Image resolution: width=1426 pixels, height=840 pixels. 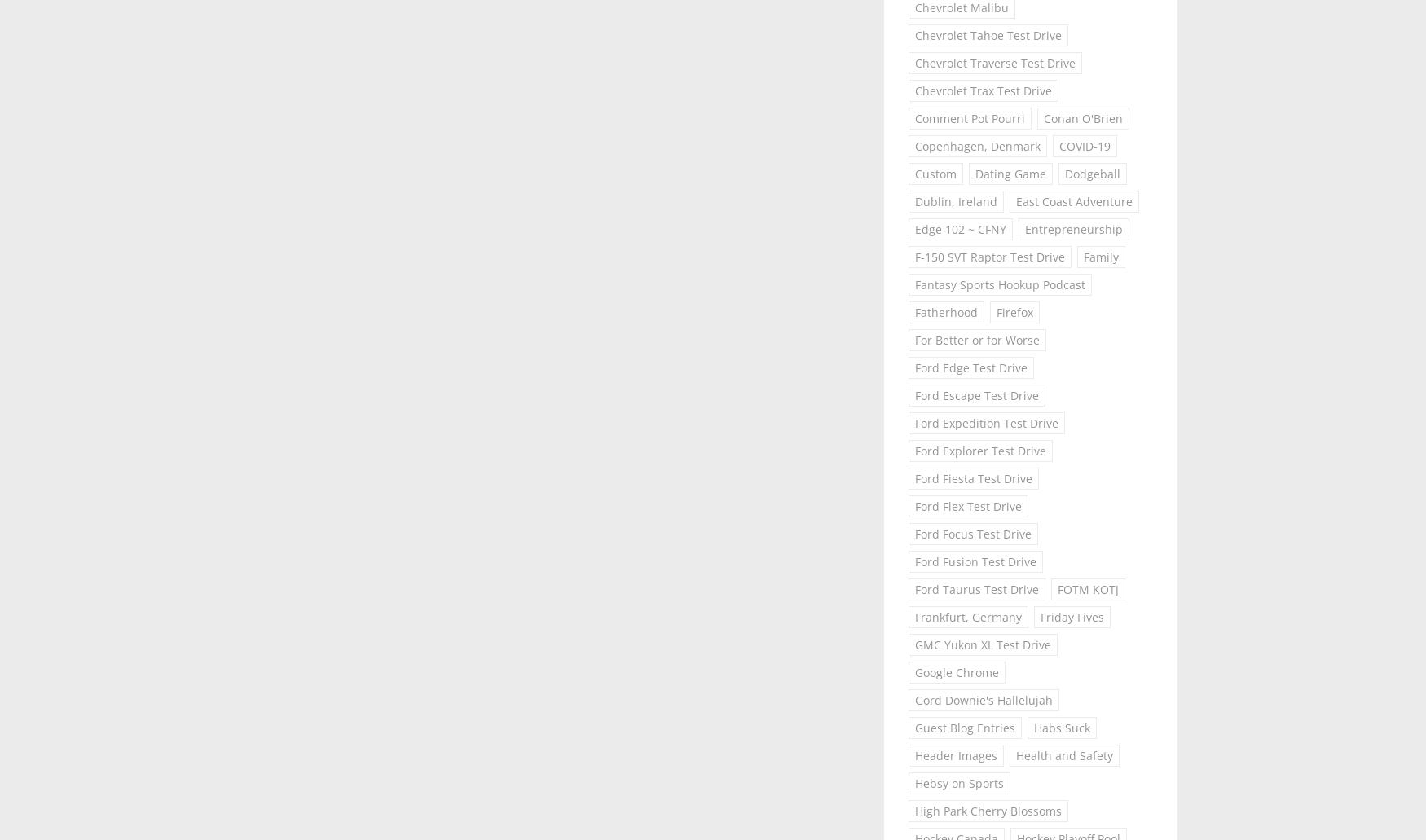 I want to click on 'Copenhagen, Denmark', so click(x=977, y=144).